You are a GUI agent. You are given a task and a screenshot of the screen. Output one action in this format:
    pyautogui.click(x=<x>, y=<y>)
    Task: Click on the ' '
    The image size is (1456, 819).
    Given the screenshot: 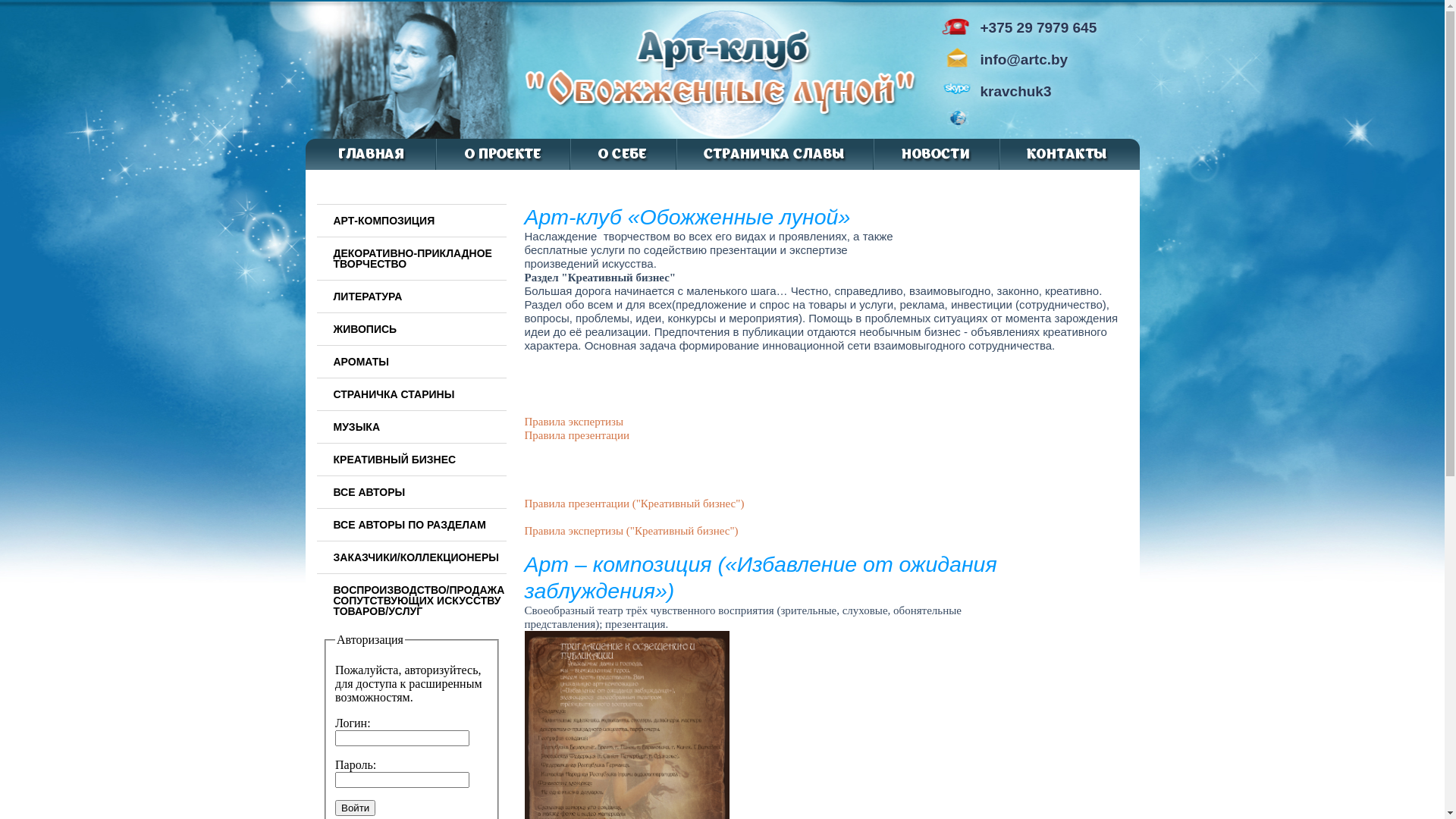 What is the action you would take?
    pyautogui.click(x=990, y=121)
    